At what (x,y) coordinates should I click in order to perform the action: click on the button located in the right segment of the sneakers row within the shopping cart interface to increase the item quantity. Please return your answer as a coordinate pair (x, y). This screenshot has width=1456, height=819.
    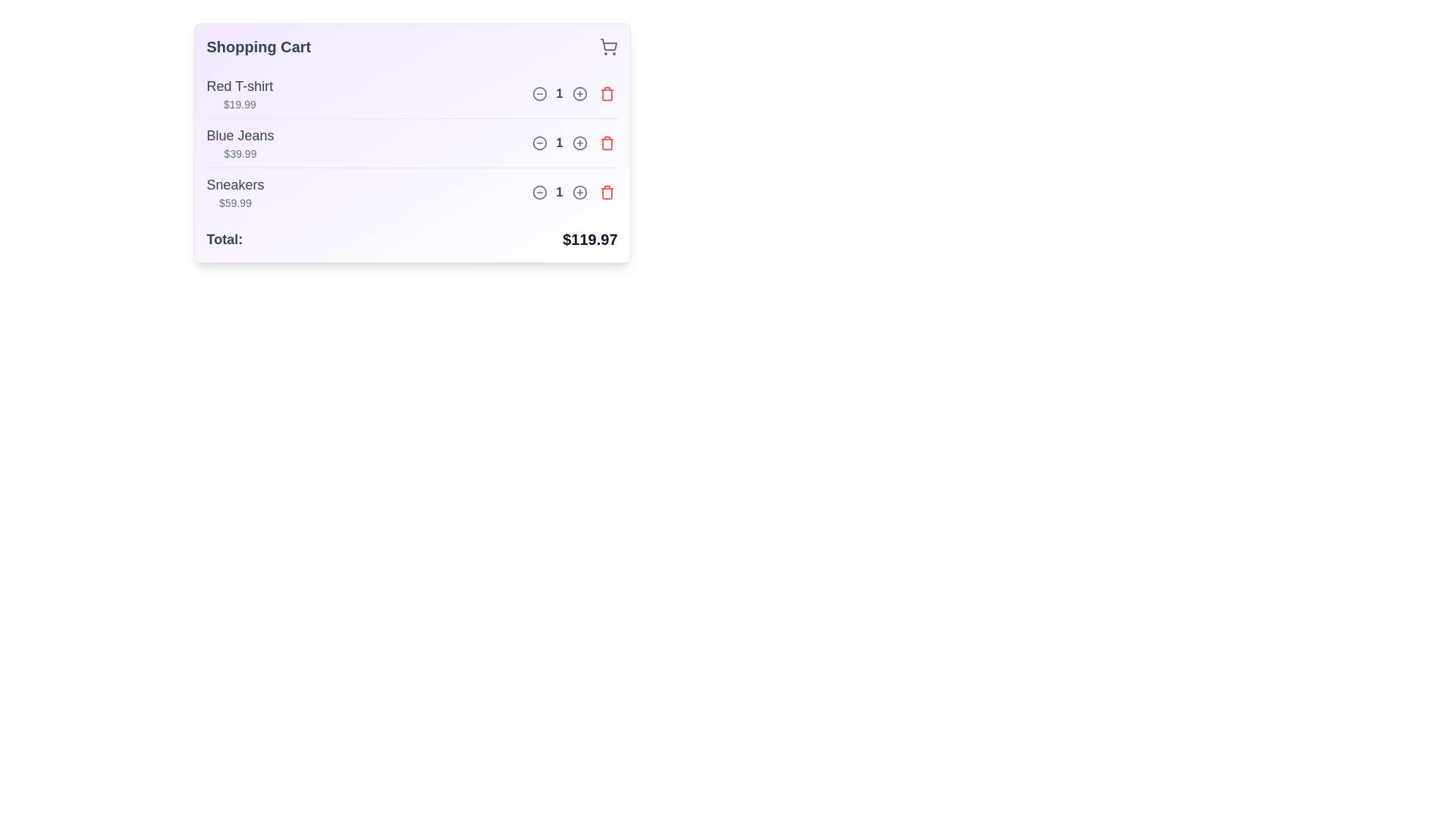
    Looking at the image, I should click on (579, 192).